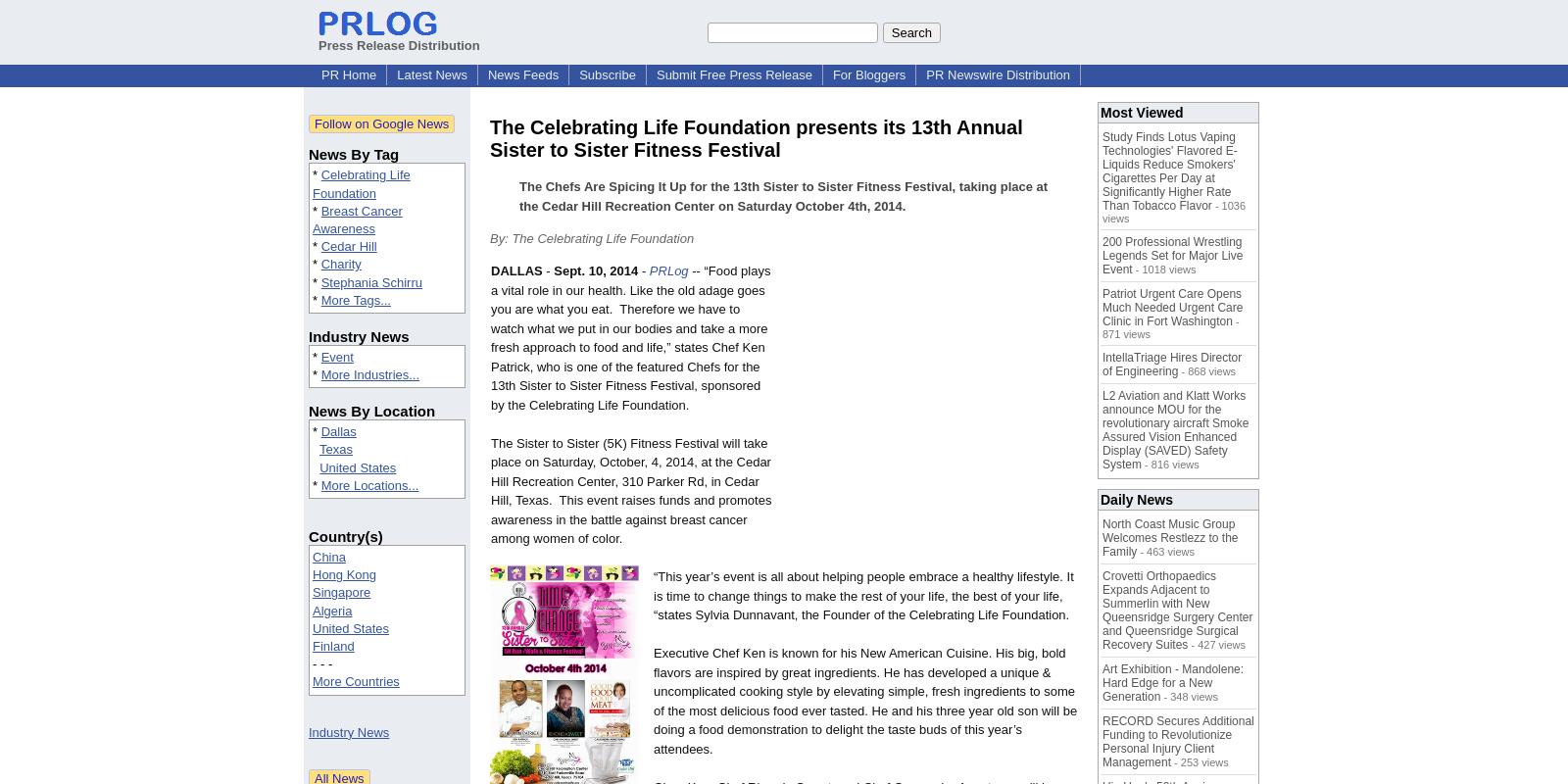 Image resolution: width=1568 pixels, height=784 pixels. What do you see at coordinates (309, 154) in the screenshot?
I see `'News By Tag'` at bounding box center [309, 154].